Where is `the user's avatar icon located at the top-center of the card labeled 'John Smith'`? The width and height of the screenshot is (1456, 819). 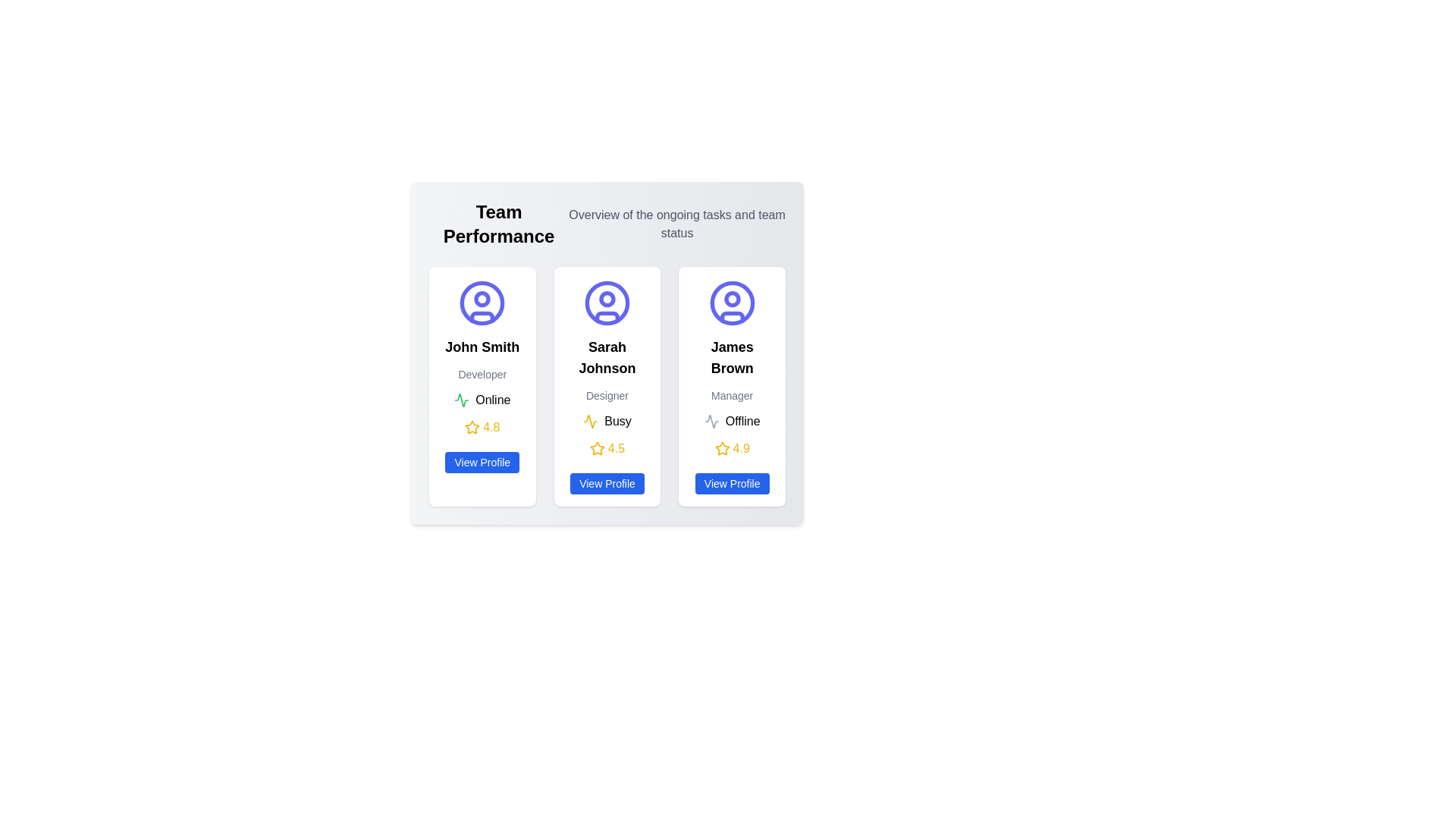
the user's avatar icon located at the top-center of the card labeled 'John Smith' is located at coordinates (482, 303).